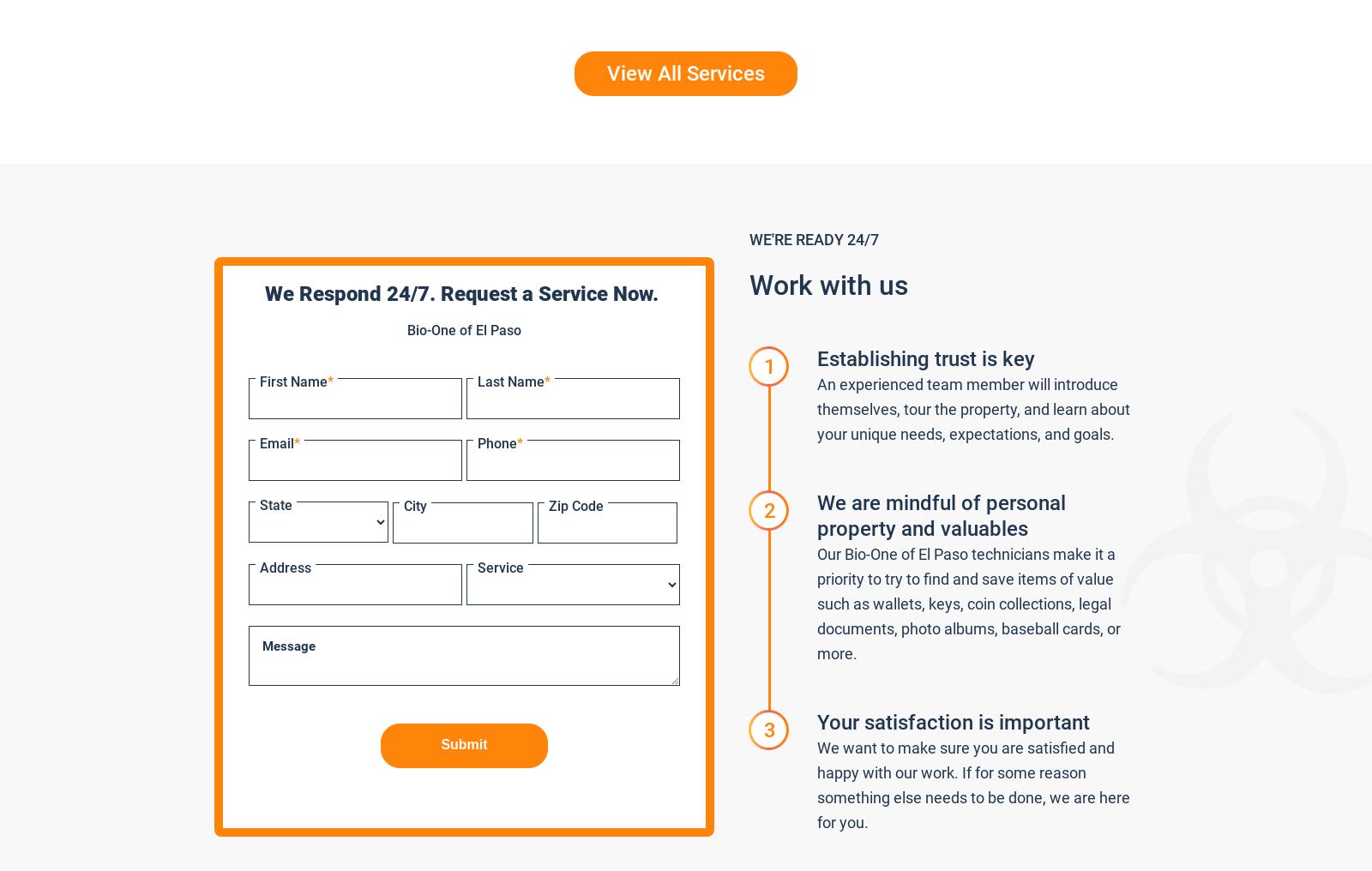 The image size is (1372, 871). I want to click on 'We want to make sure you are satisfied and happy with our work. If for some reason something else needs to be done, we are here for you.', so click(973, 784).